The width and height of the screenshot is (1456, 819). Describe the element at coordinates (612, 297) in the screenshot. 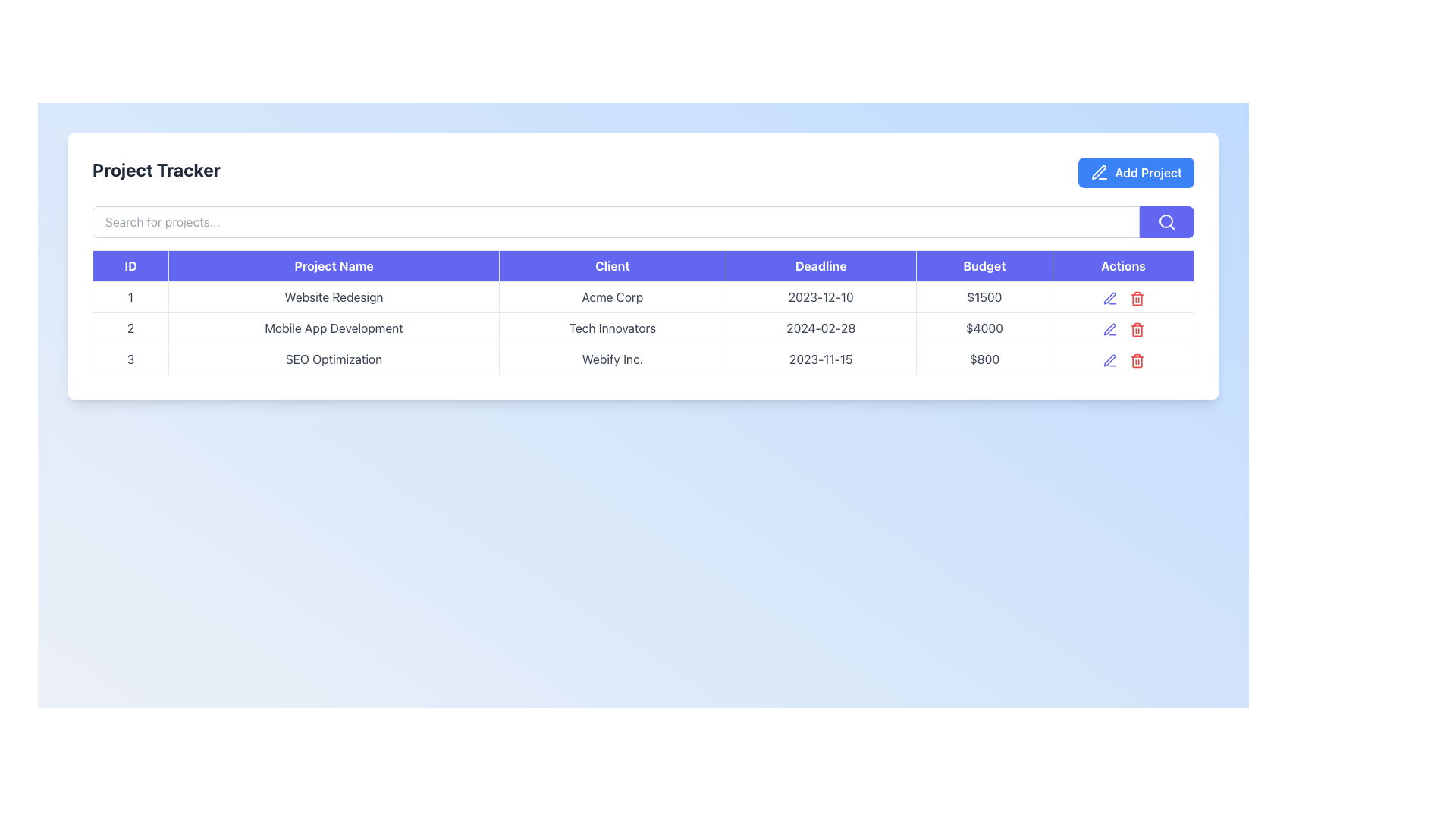

I see `the text label displaying the name of a client associated with a specific project in the 'Client' column of the table` at that location.